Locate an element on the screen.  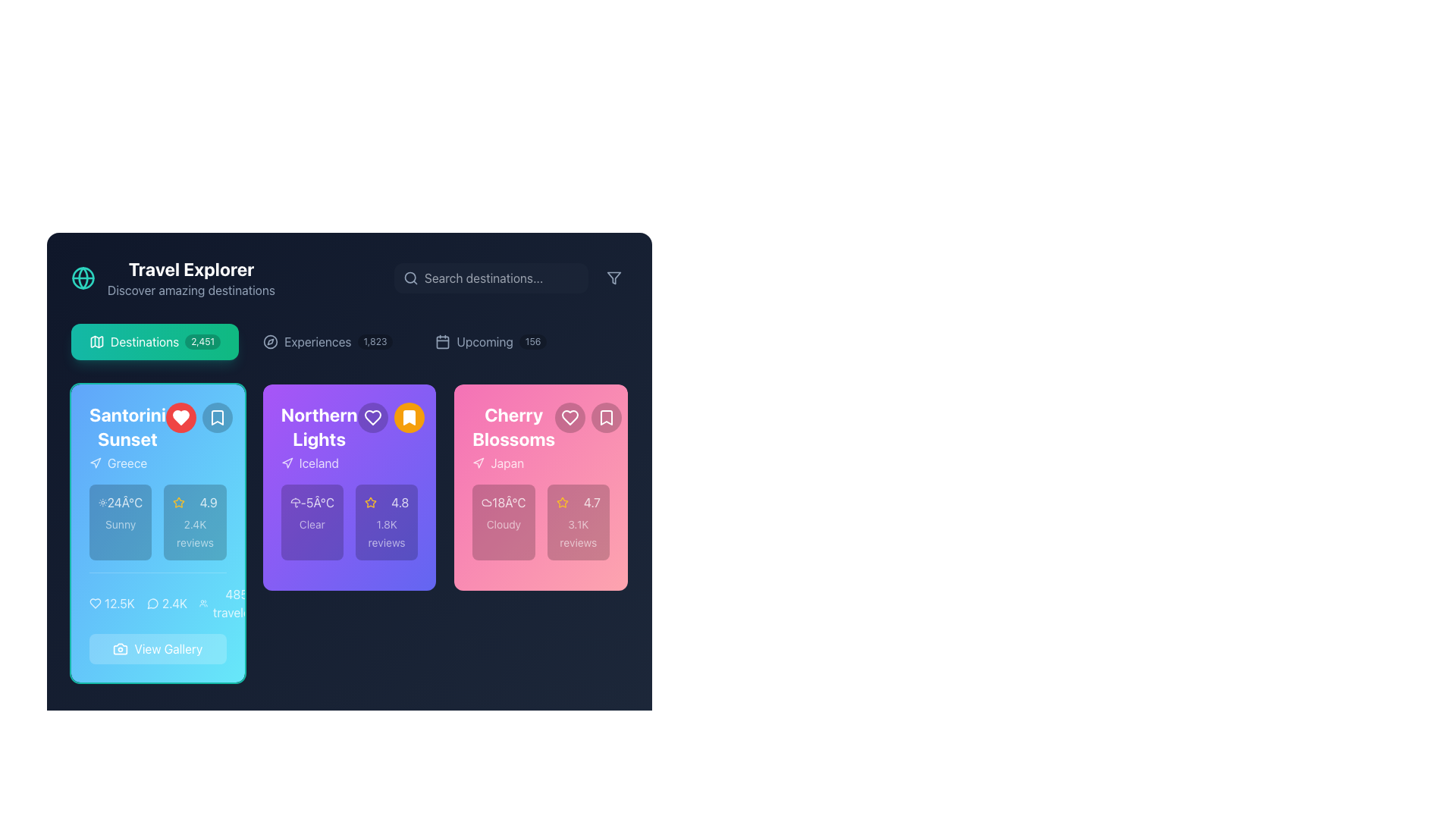
the circular SVG element that is part of a compass-like icon in the toolbar at the top of the layout is located at coordinates (271, 342).